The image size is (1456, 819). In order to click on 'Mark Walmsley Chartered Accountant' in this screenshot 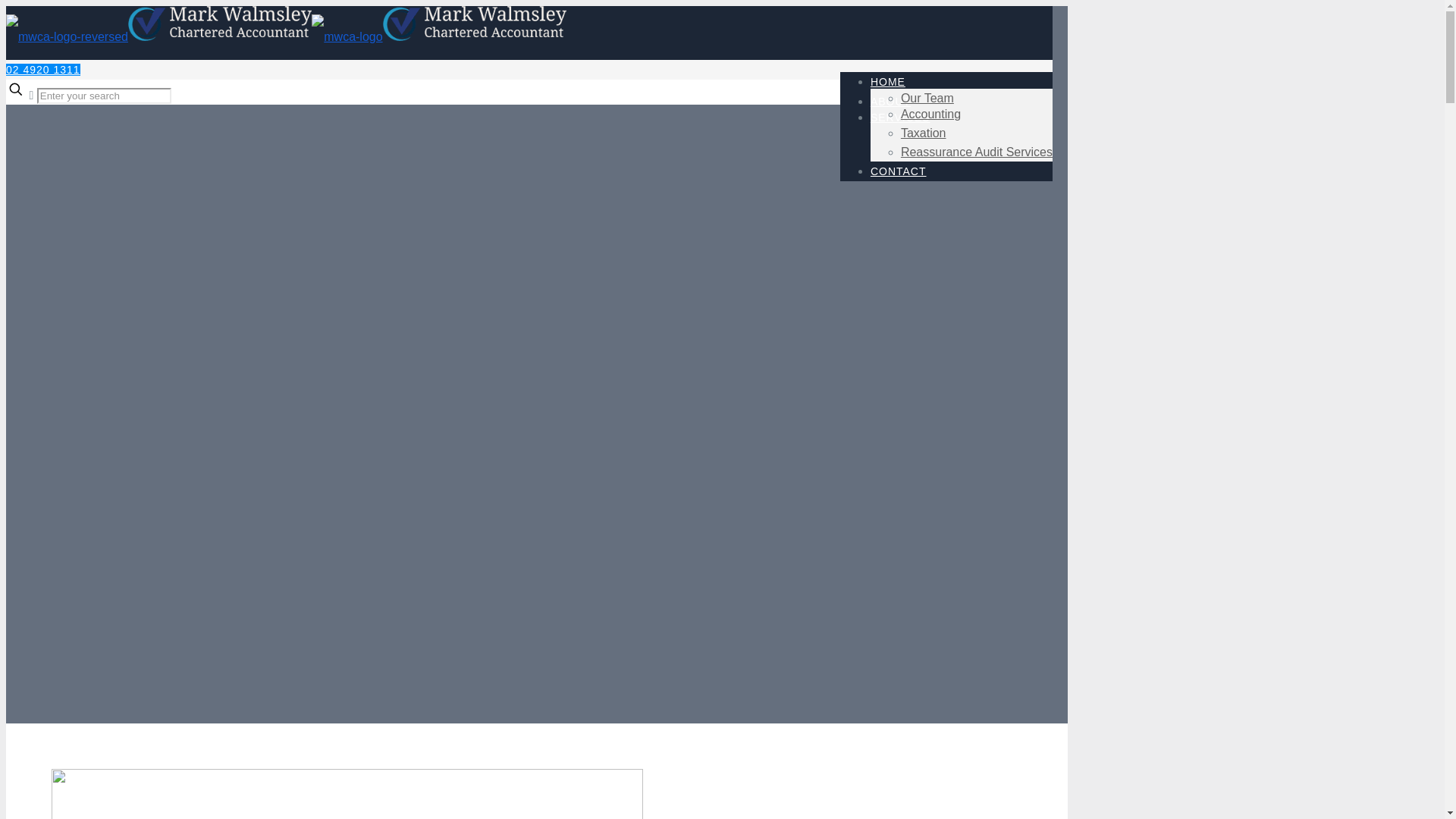, I will do `click(286, 36)`.